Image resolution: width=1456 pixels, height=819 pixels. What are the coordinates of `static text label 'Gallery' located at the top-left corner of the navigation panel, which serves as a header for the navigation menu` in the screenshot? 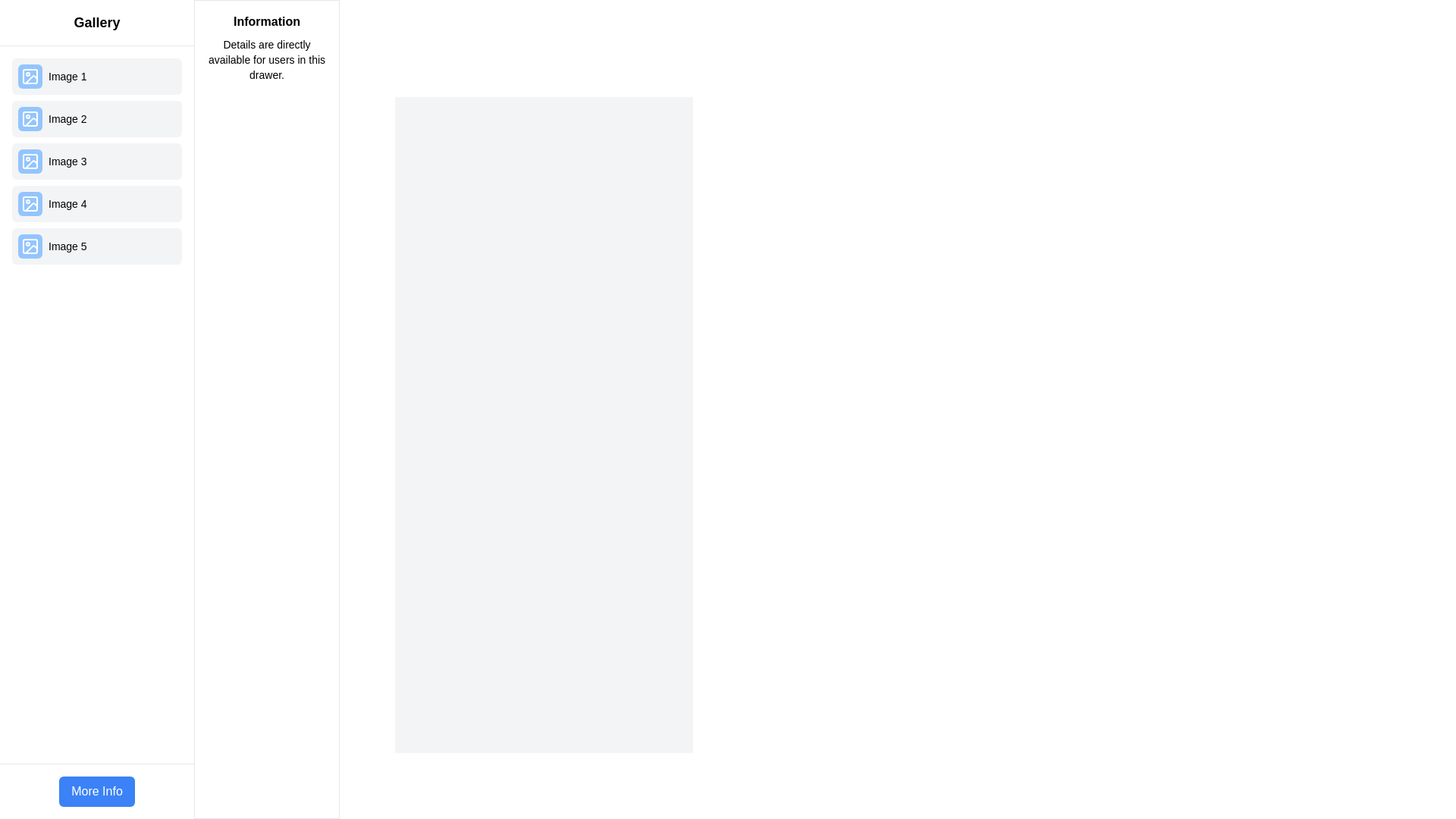 It's located at (96, 23).